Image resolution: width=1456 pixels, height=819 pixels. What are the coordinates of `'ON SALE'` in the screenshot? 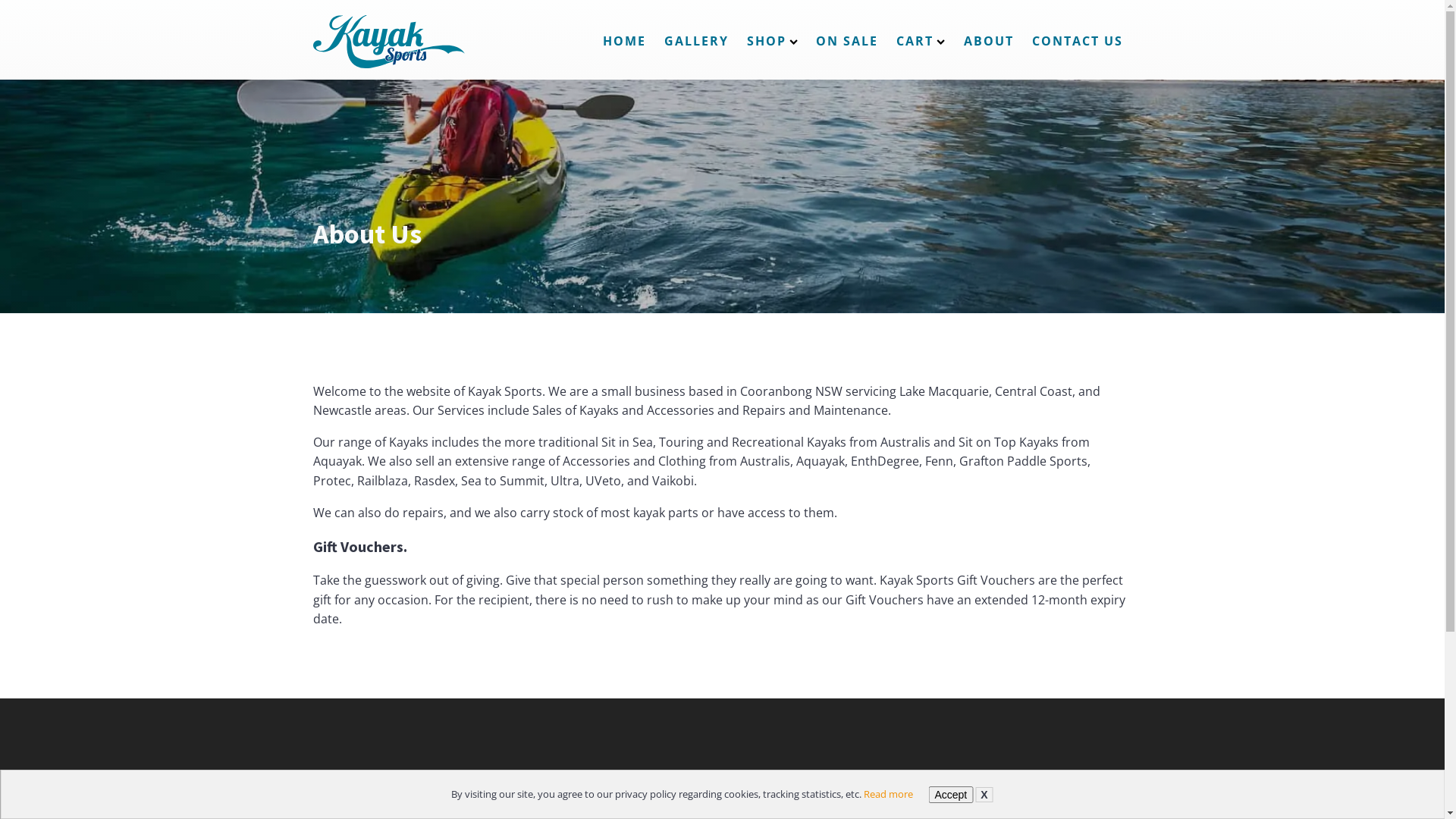 It's located at (846, 40).